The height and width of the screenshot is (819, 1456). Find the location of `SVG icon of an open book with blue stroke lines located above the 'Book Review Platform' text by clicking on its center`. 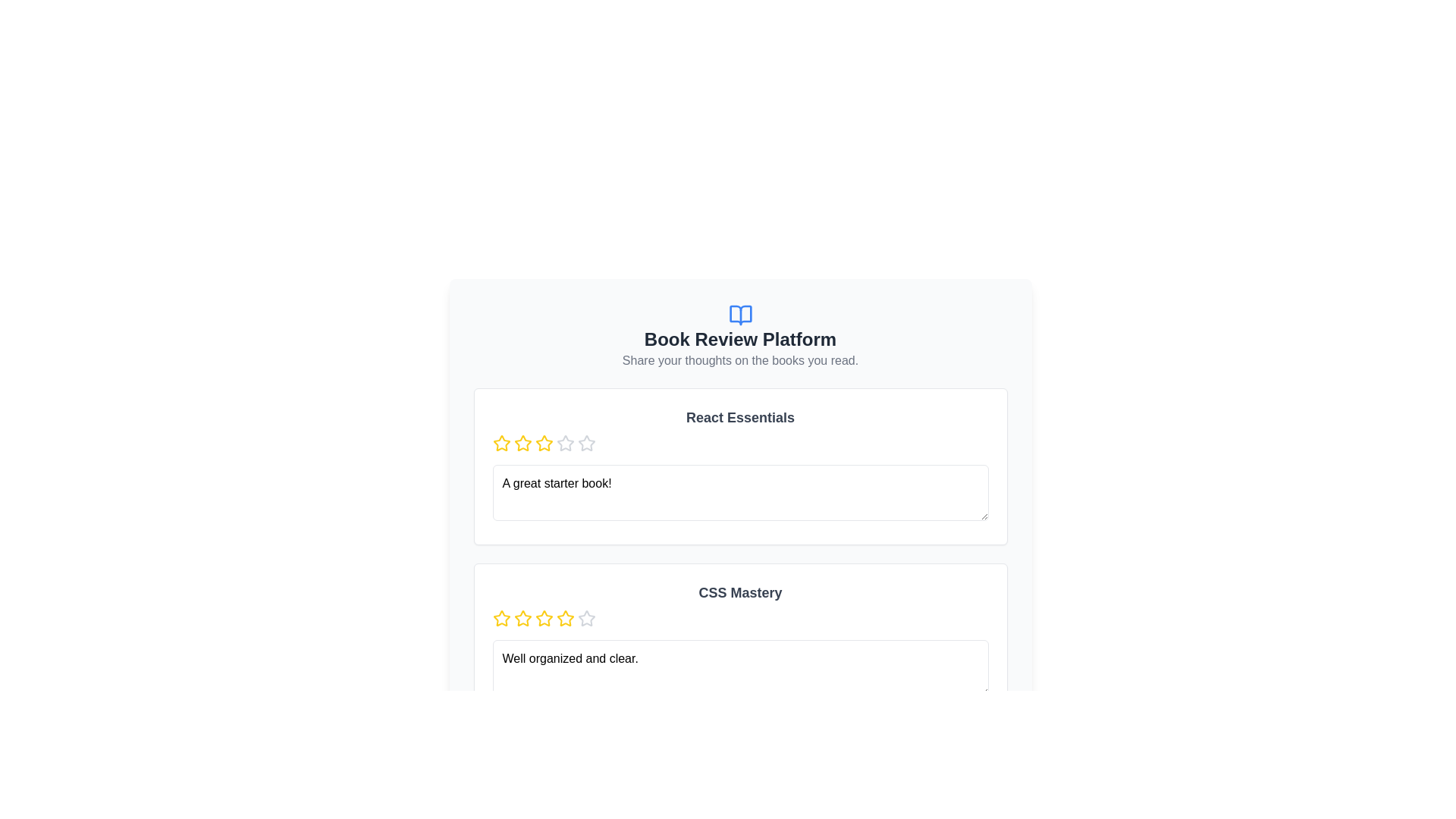

SVG icon of an open book with blue stroke lines located above the 'Book Review Platform' text by clicking on its center is located at coordinates (740, 315).